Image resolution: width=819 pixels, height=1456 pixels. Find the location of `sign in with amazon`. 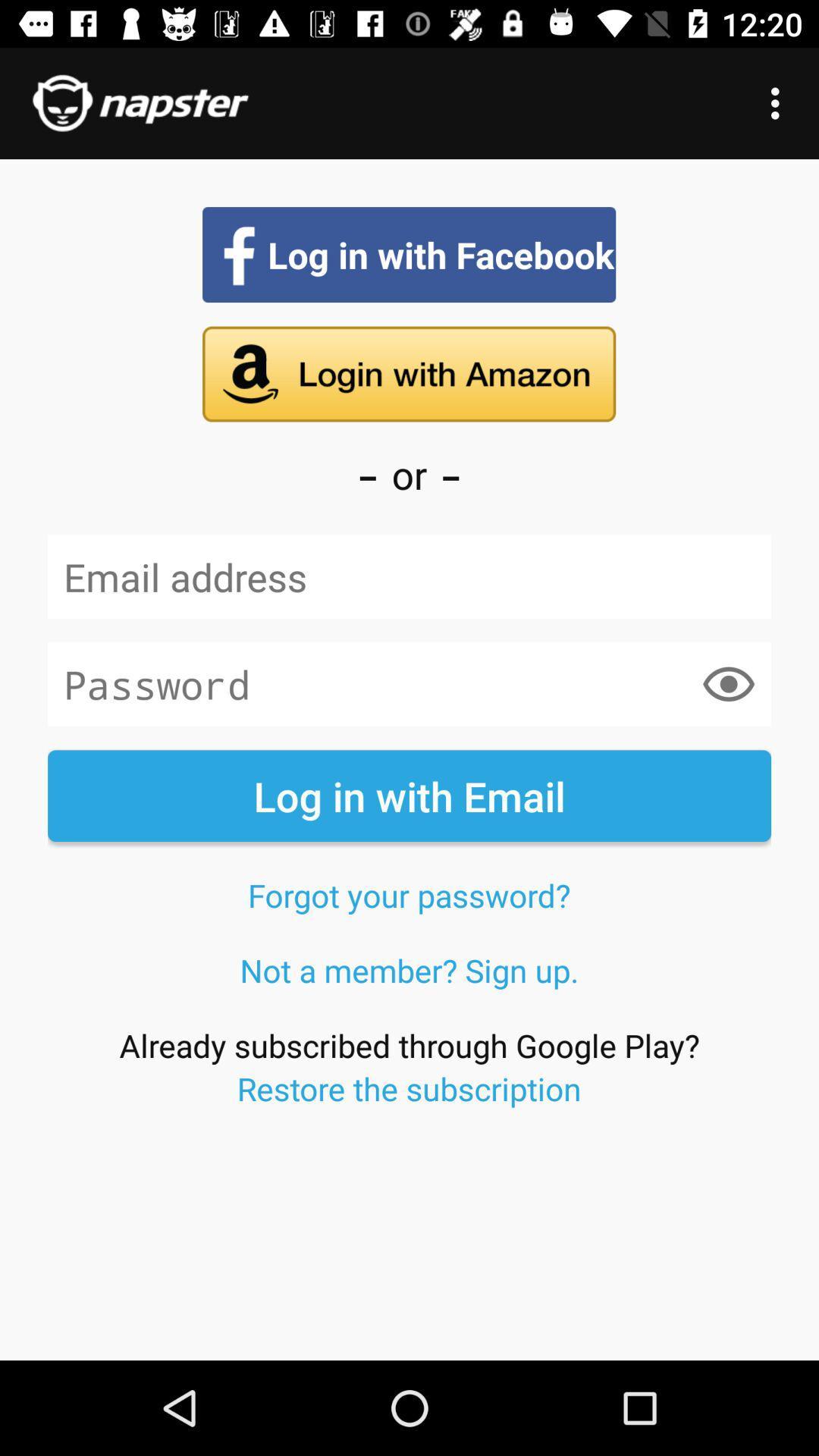

sign in with amazon is located at coordinates (408, 374).